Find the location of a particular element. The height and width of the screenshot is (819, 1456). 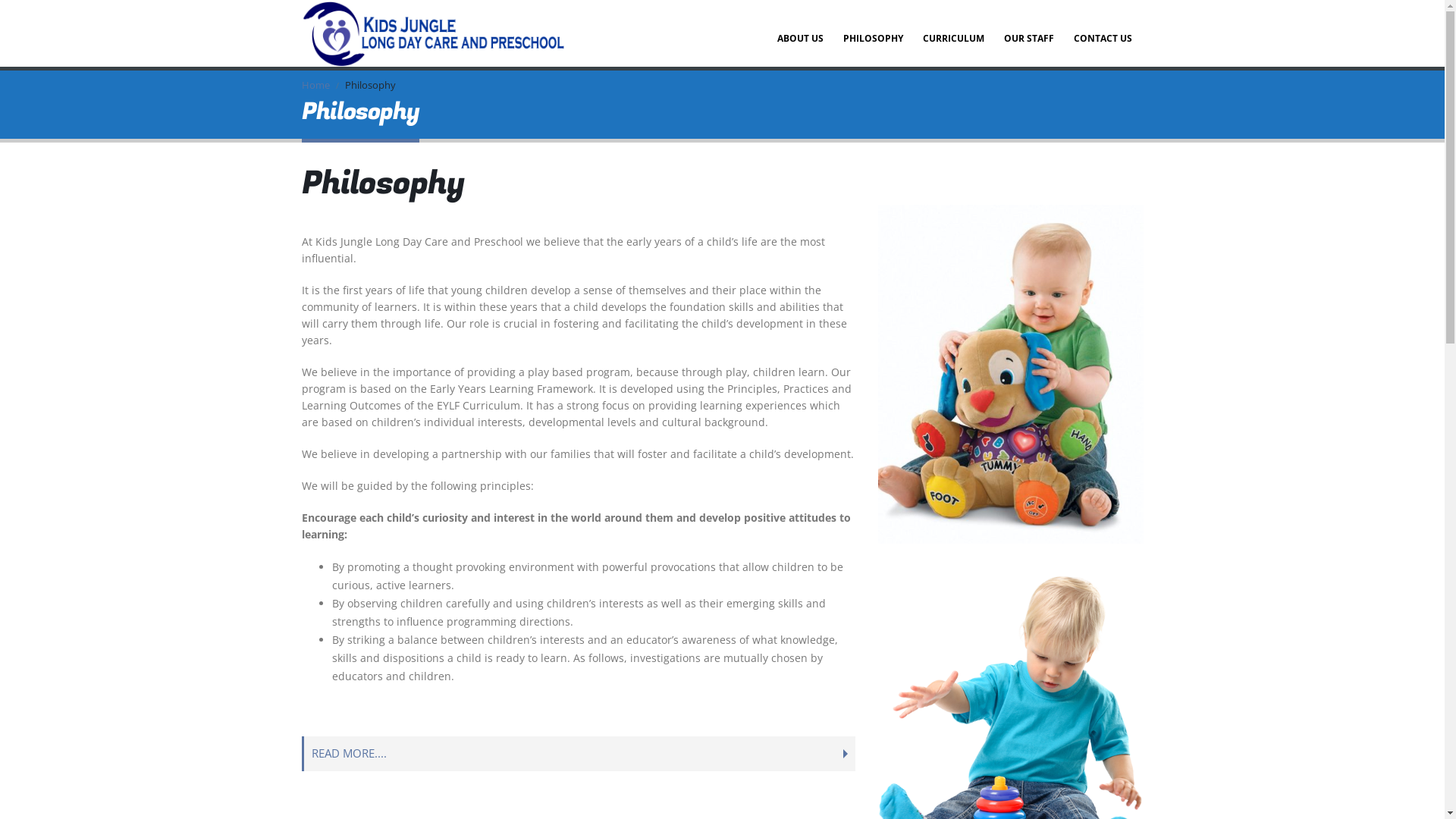

'PHILOSOPHY' is located at coordinates (873, 33).